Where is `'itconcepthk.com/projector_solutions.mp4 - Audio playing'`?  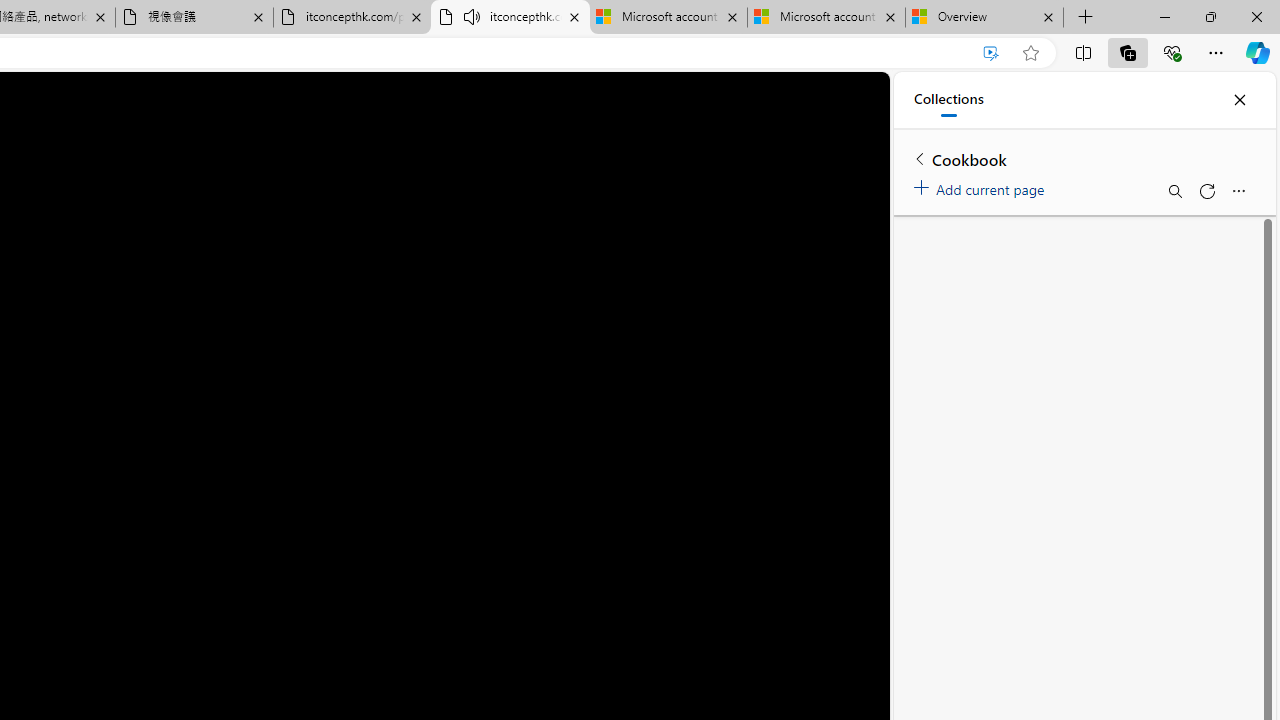 'itconcepthk.com/projector_solutions.mp4 - Audio playing' is located at coordinates (510, 17).